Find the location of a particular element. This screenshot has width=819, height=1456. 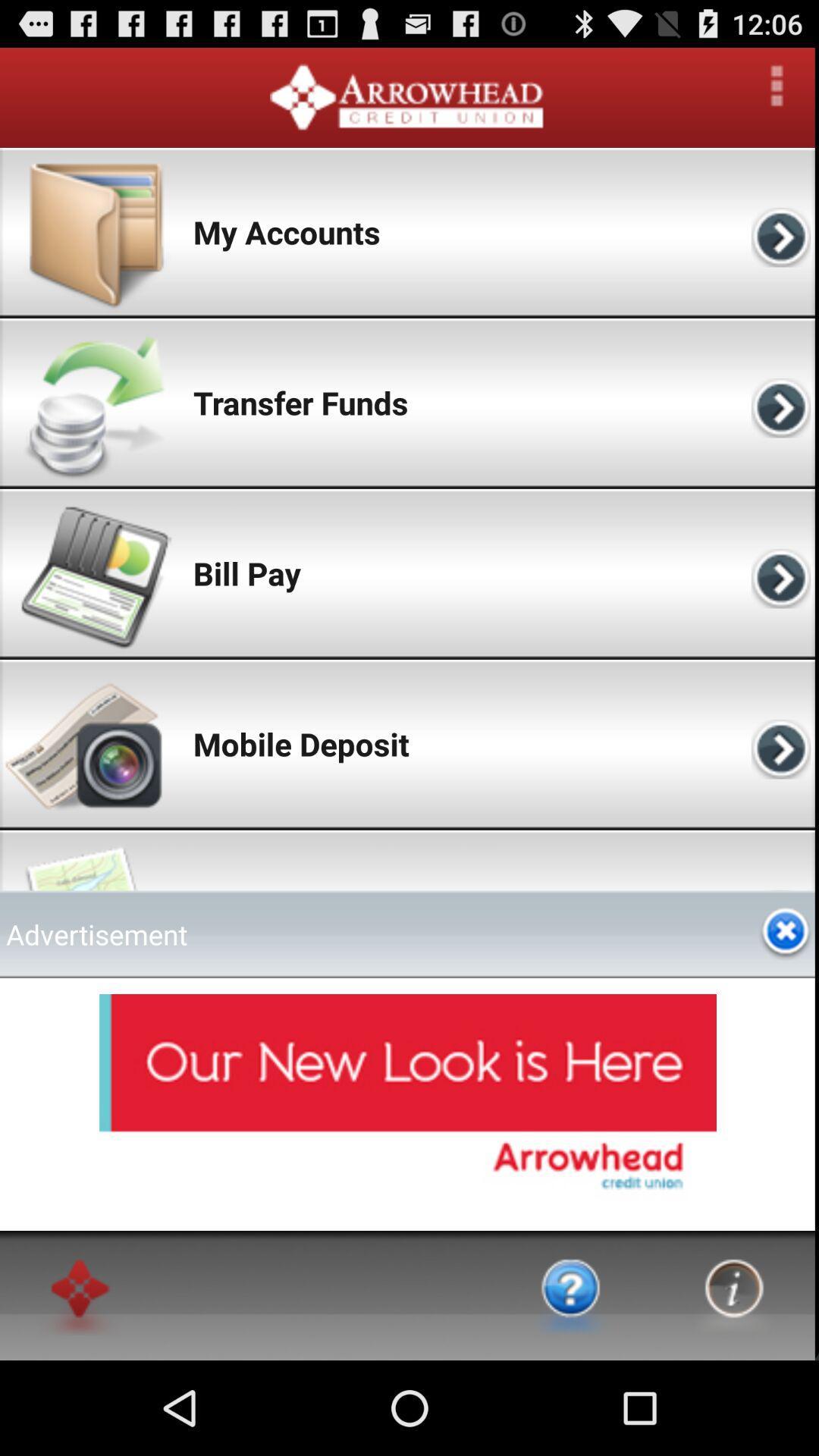

the article is located at coordinates (785, 933).